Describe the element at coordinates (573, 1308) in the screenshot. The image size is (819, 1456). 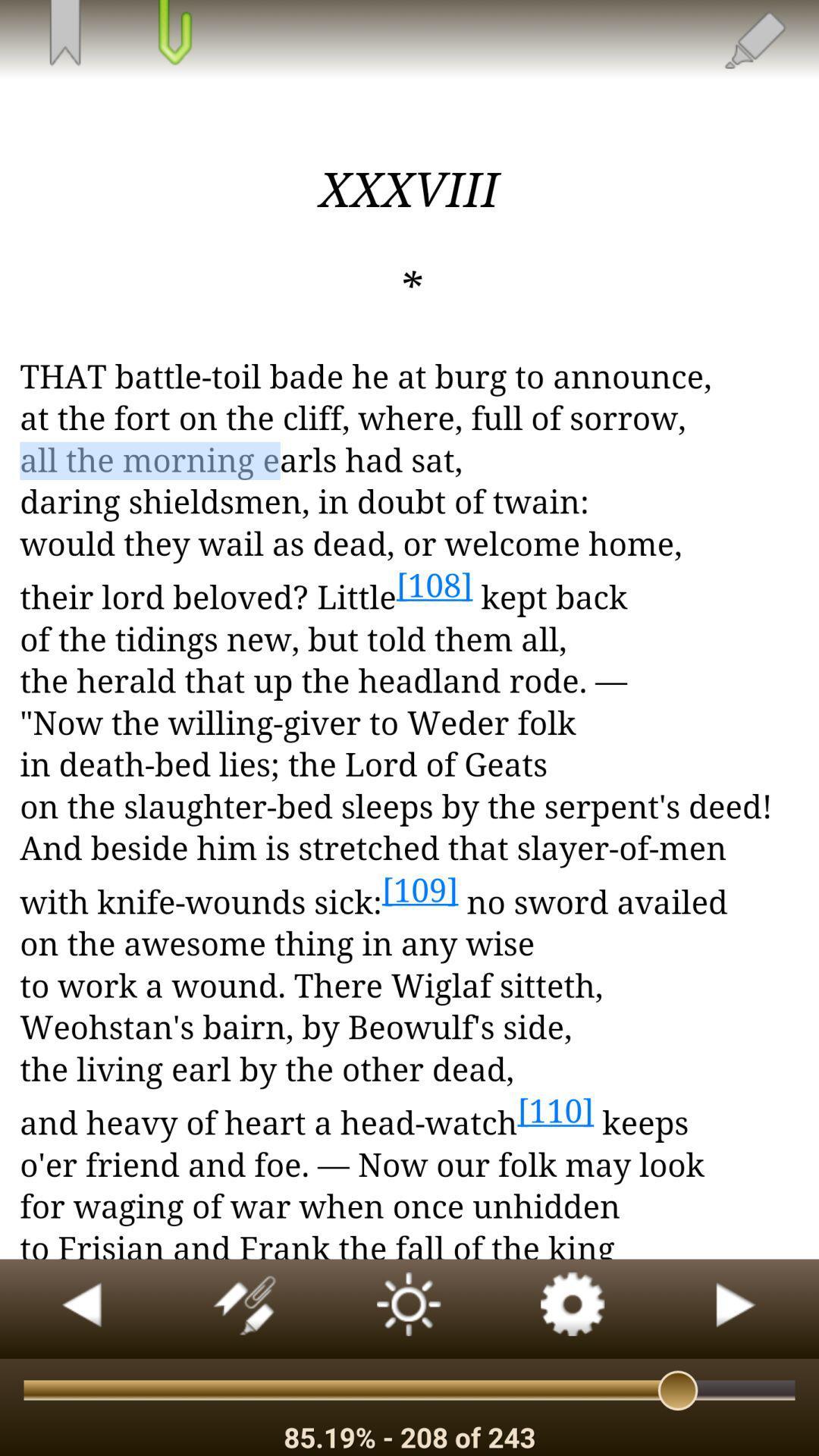
I see `config` at that location.